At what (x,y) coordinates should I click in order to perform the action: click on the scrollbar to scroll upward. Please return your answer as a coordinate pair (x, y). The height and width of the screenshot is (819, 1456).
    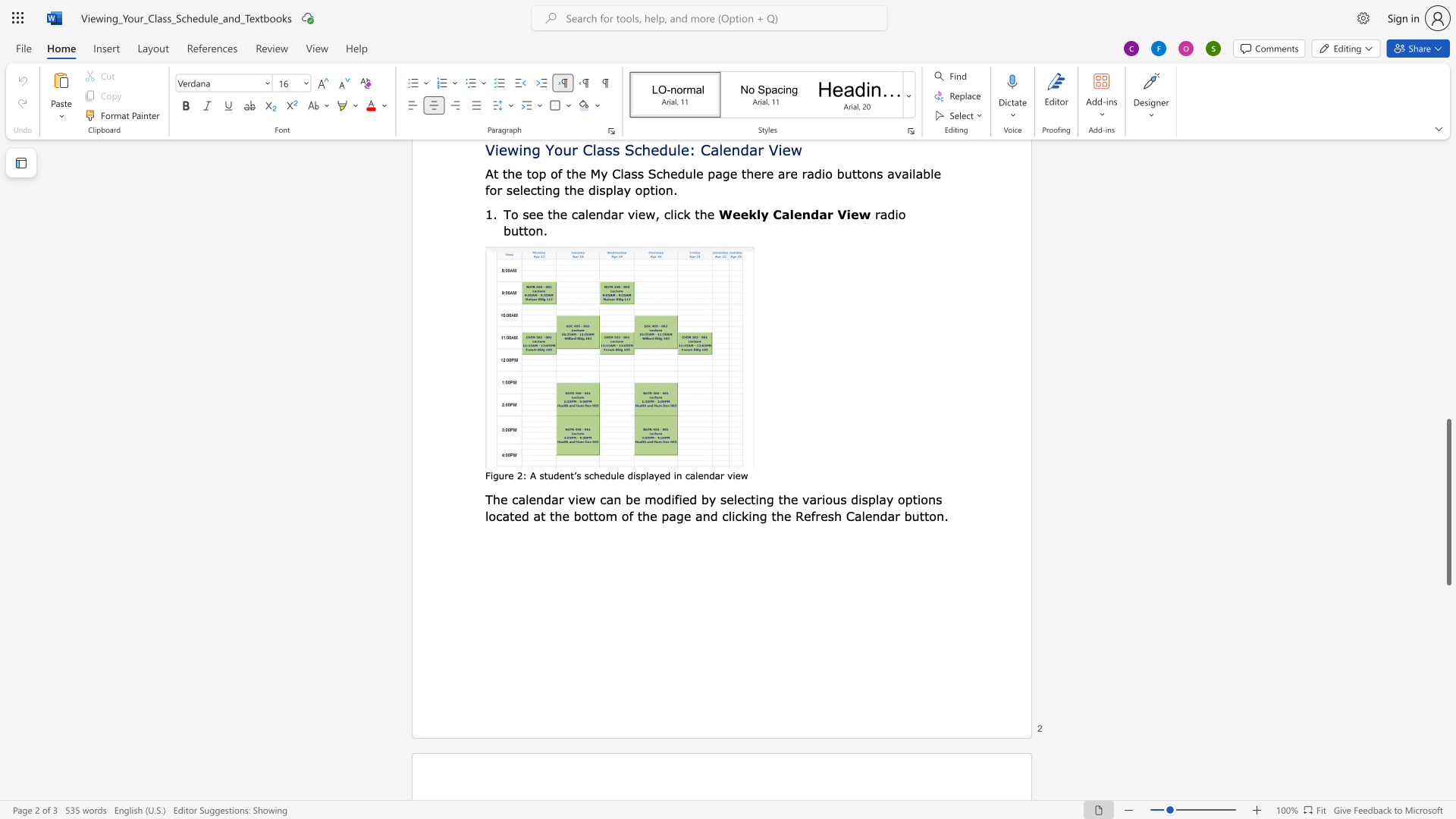
    Looking at the image, I should click on (1448, 288).